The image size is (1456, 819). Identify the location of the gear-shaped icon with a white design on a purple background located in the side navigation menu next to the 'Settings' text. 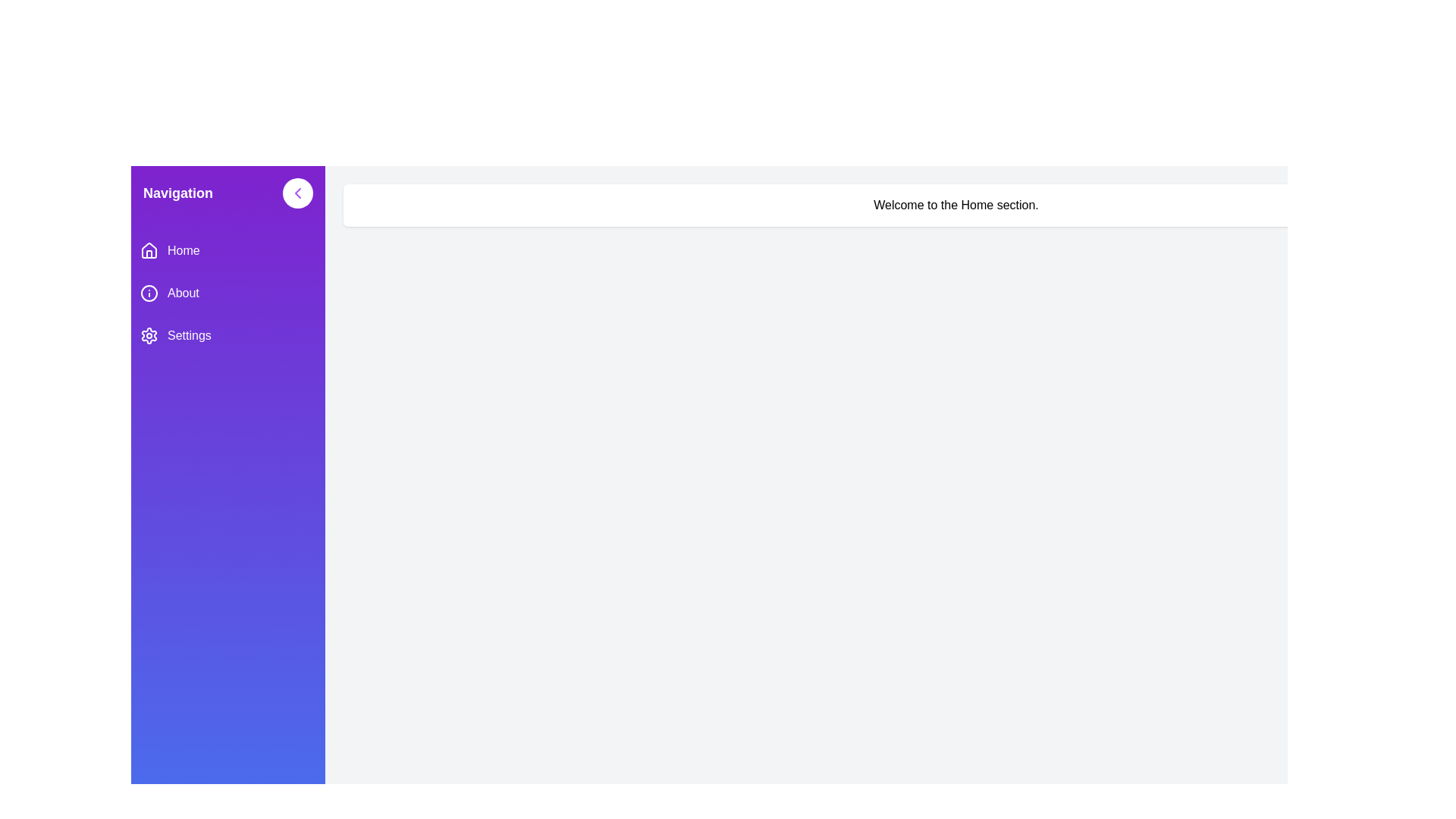
(149, 335).